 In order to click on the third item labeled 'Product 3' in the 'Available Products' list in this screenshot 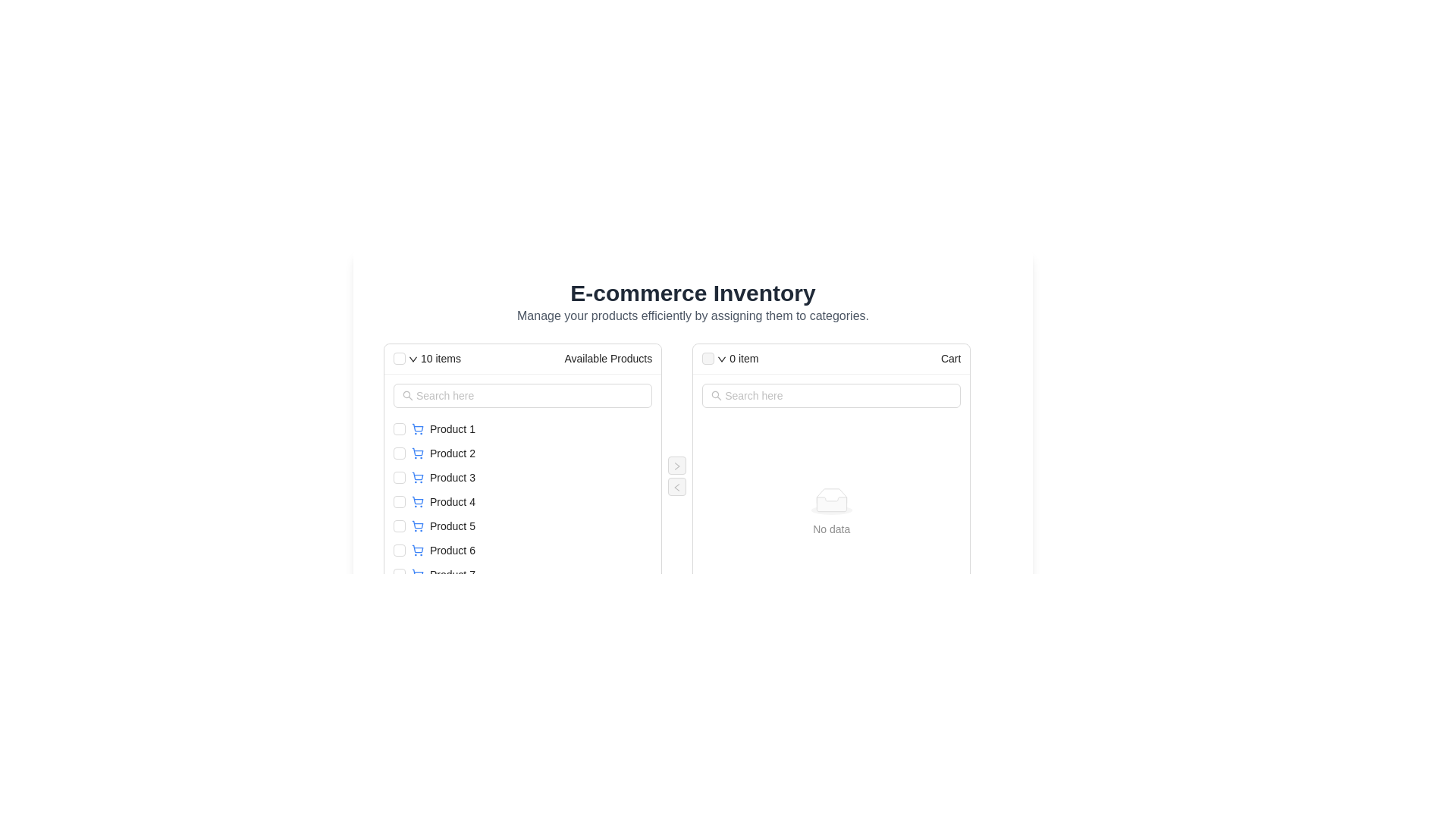, I will do `click(522, 475)`.